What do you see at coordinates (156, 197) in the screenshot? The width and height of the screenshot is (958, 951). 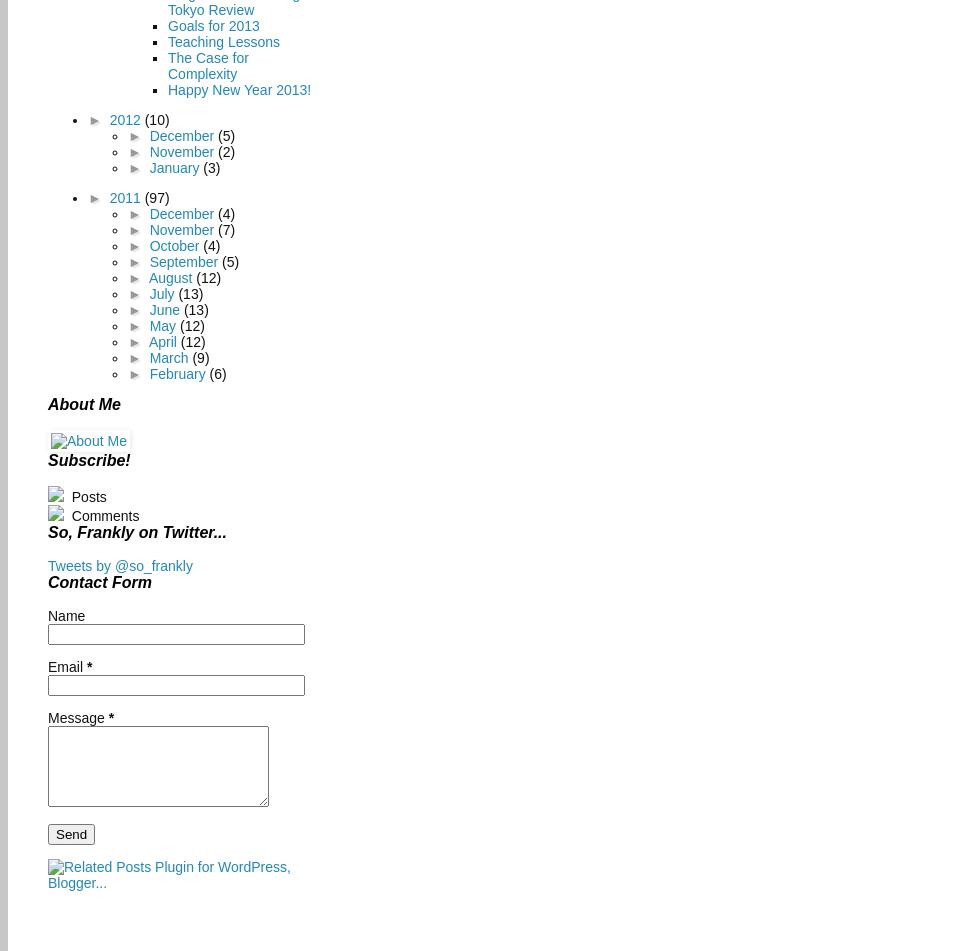 I see `'(97)'` at bounding box center [156, 197].